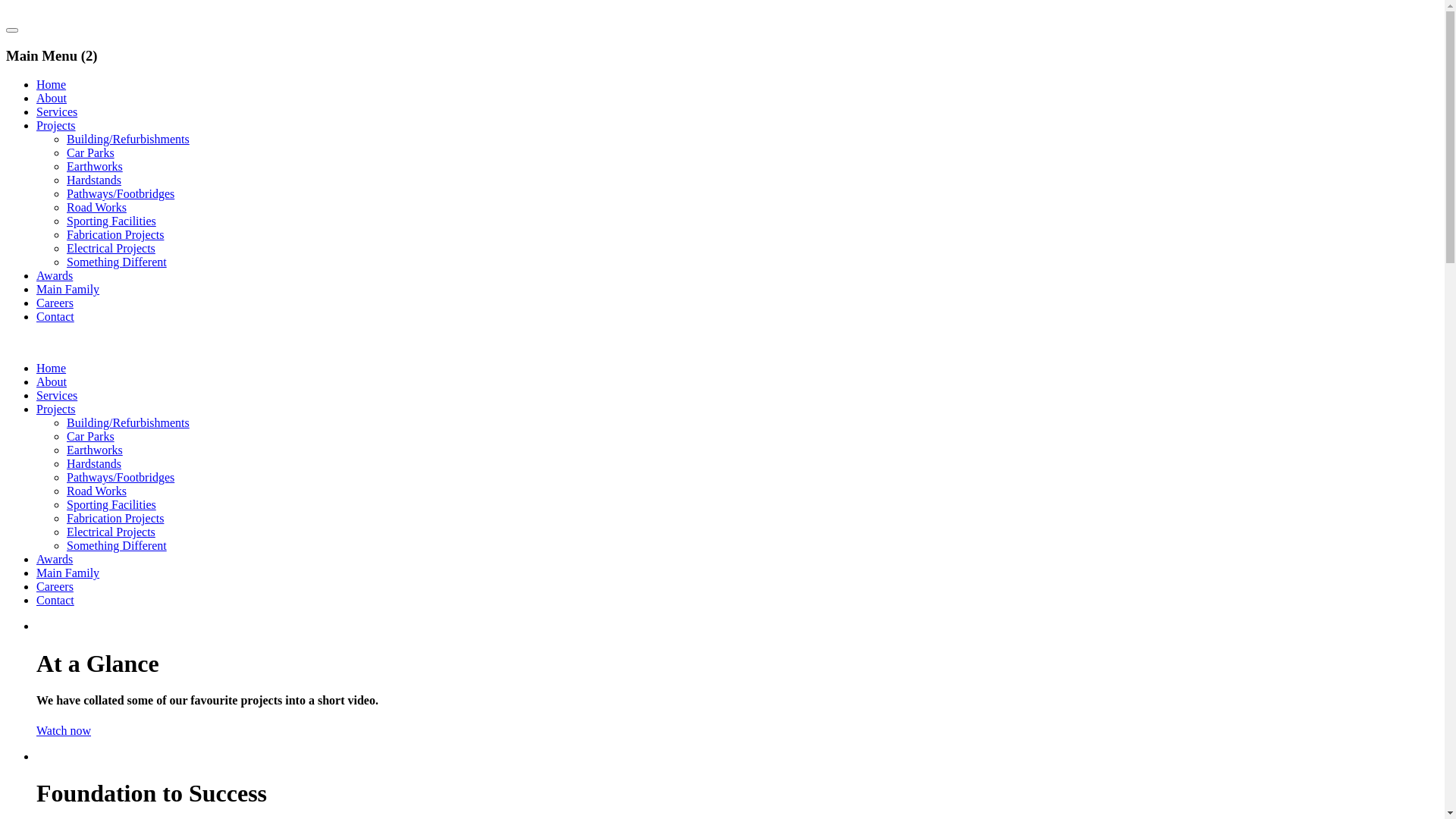 The image size is (1456, 819). Describe the element at coordinates (57, 111) in the screenshot. I see `'Services'` at that location.